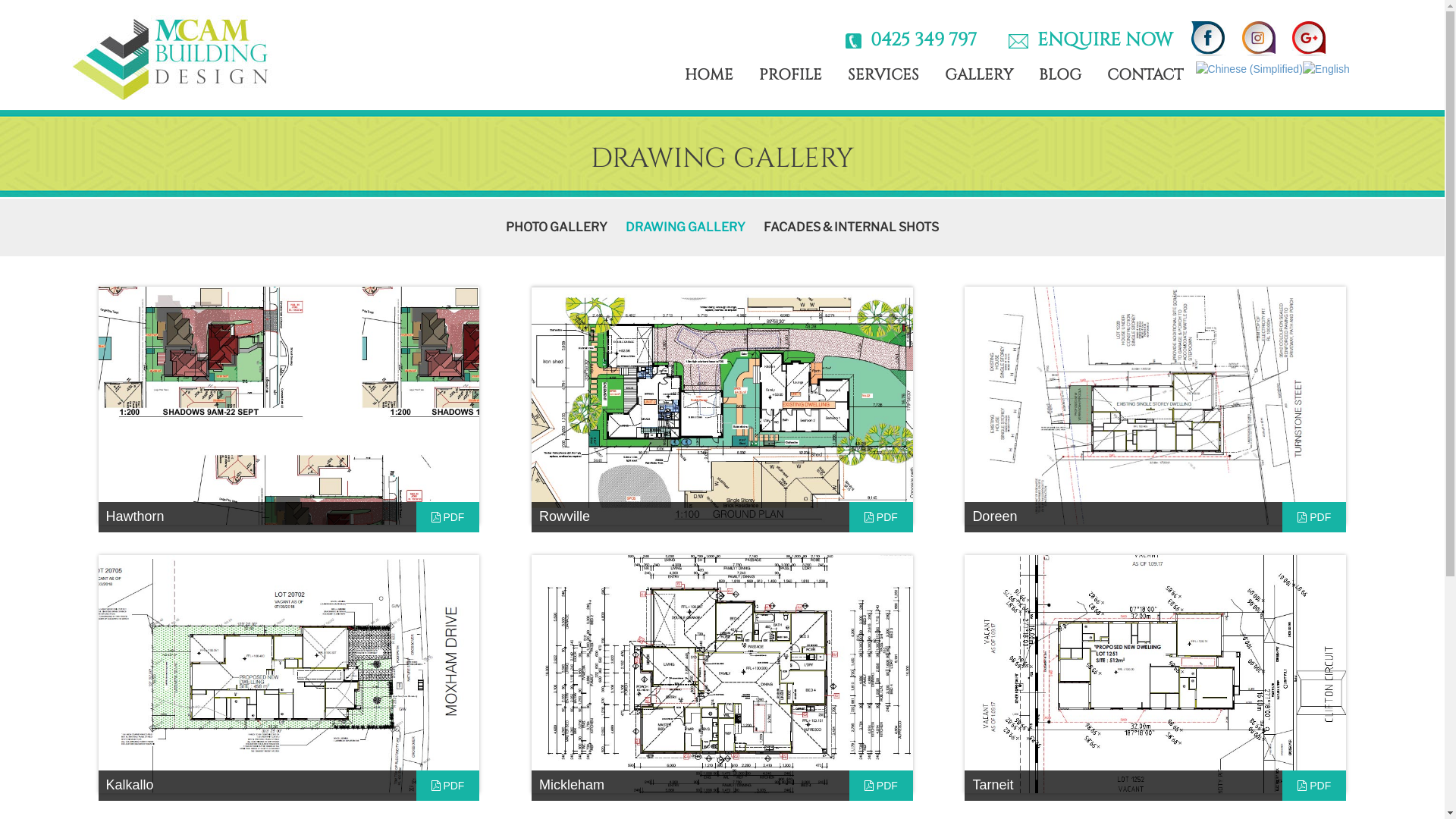 The width and height of the screenshot is (1456, 819). Describe the element at coordinates (1145, 75) in the screenshot. I see `'CONTACT'` at that location.